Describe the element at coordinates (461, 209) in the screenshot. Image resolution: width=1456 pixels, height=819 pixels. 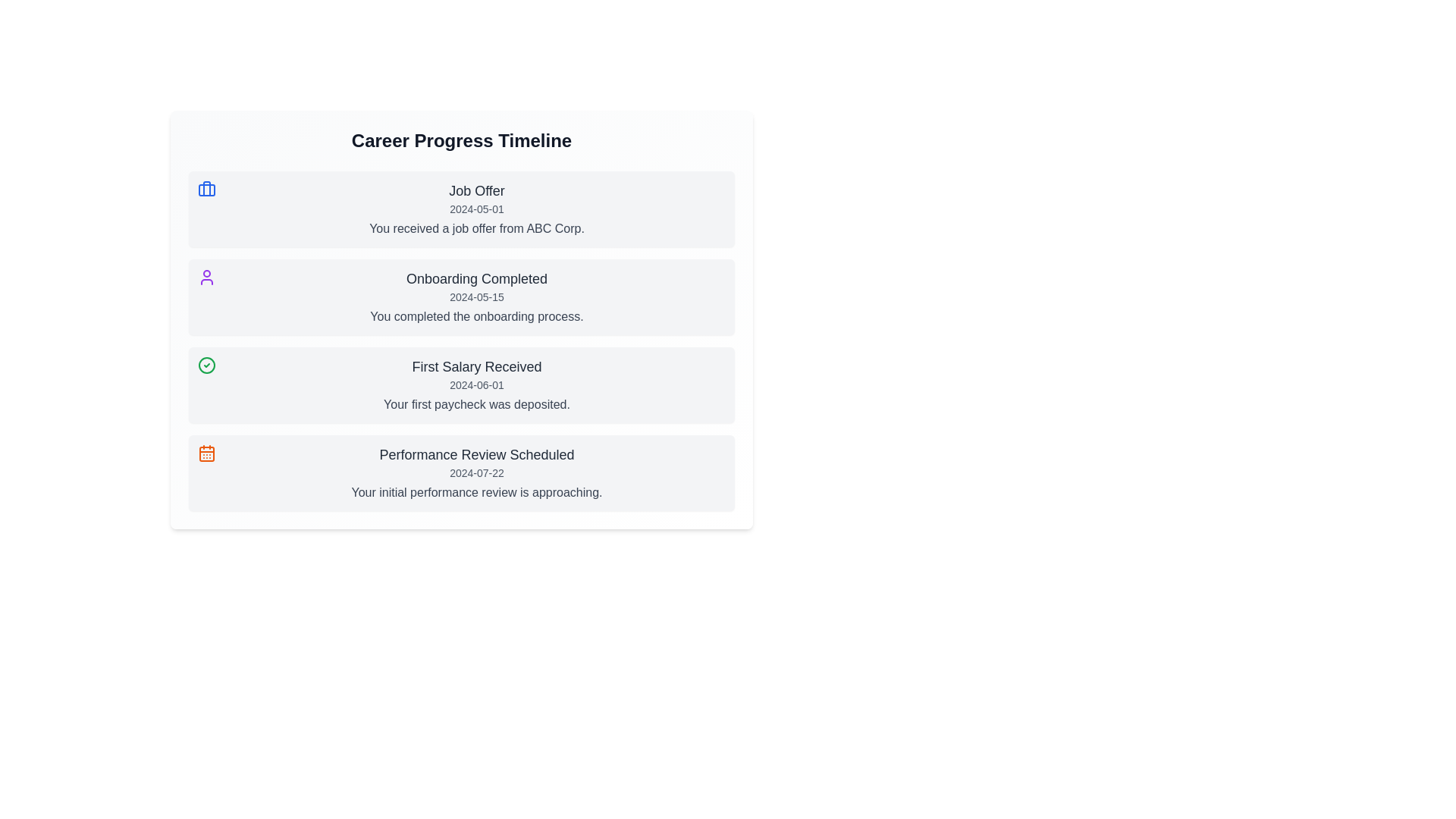
I see `the first list item in the 'Career Progress Timeline' section which displays information about receiving a job offer from ABC Corp` at that location.